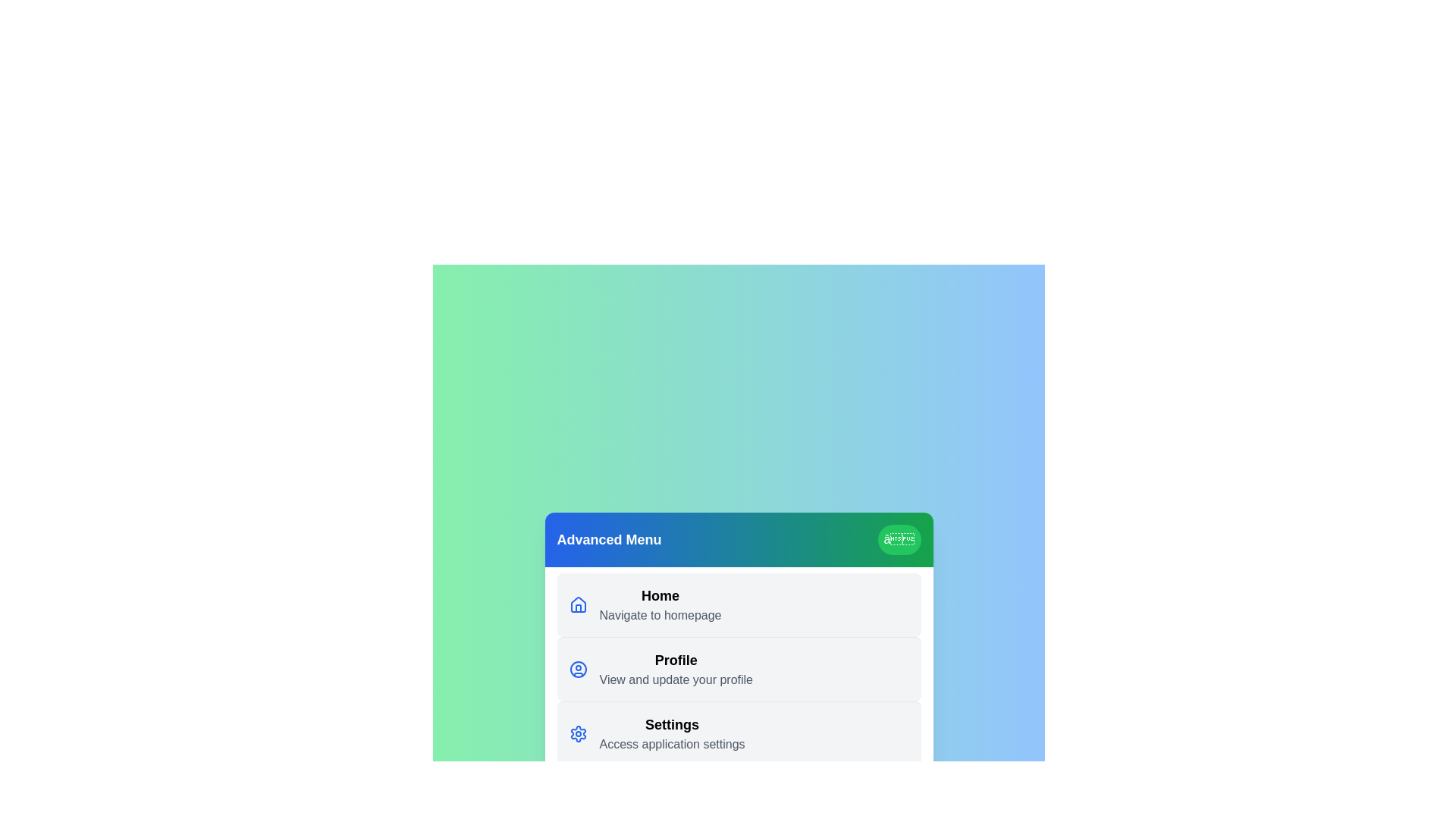 The width and height of the screenshot is (1456, 819). I want to click on the menu item Home from the list, so click(739, 604).